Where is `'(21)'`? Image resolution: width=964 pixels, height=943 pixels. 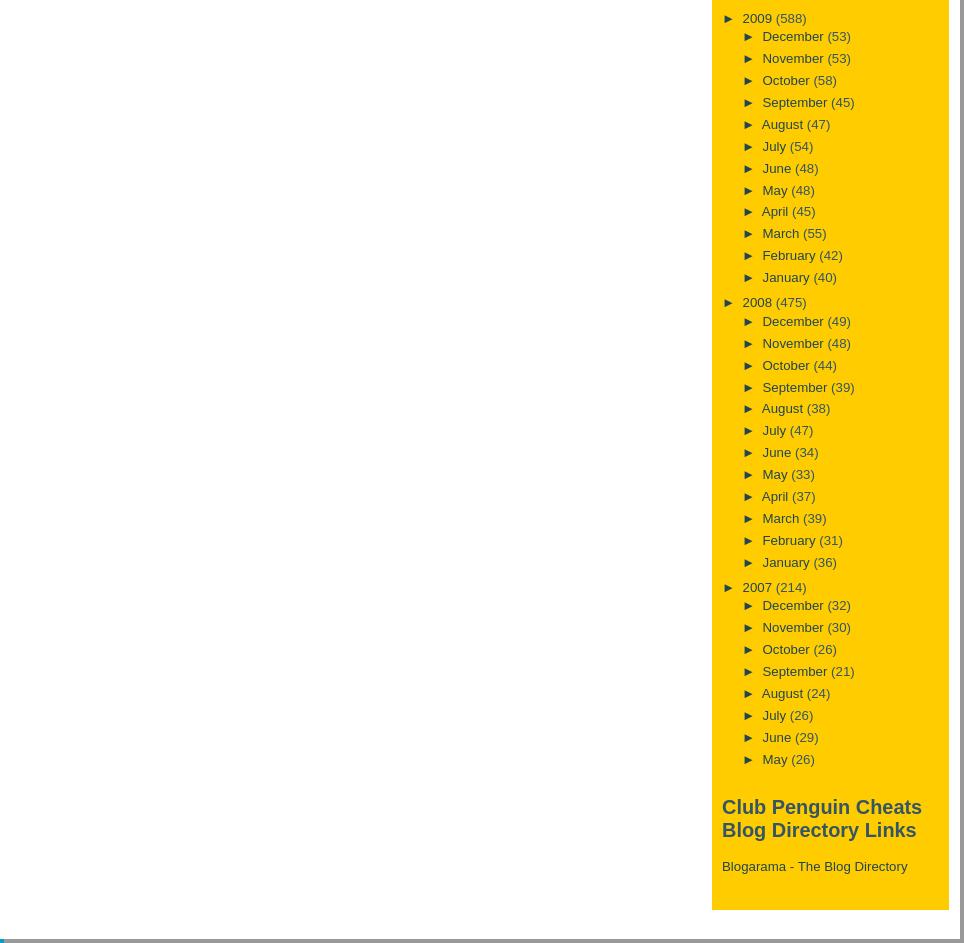 '(21)' is located at coordinates (841, 671).